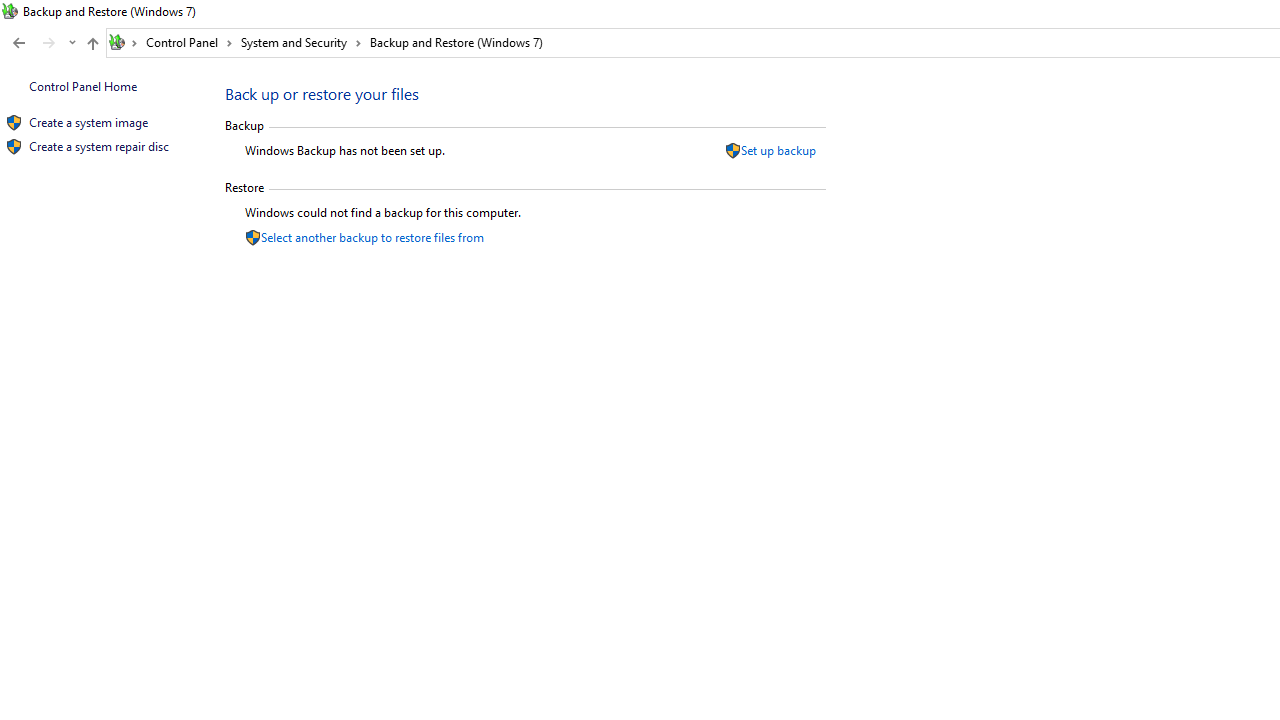  I want to click on 'System and Security', so click(300, 42).